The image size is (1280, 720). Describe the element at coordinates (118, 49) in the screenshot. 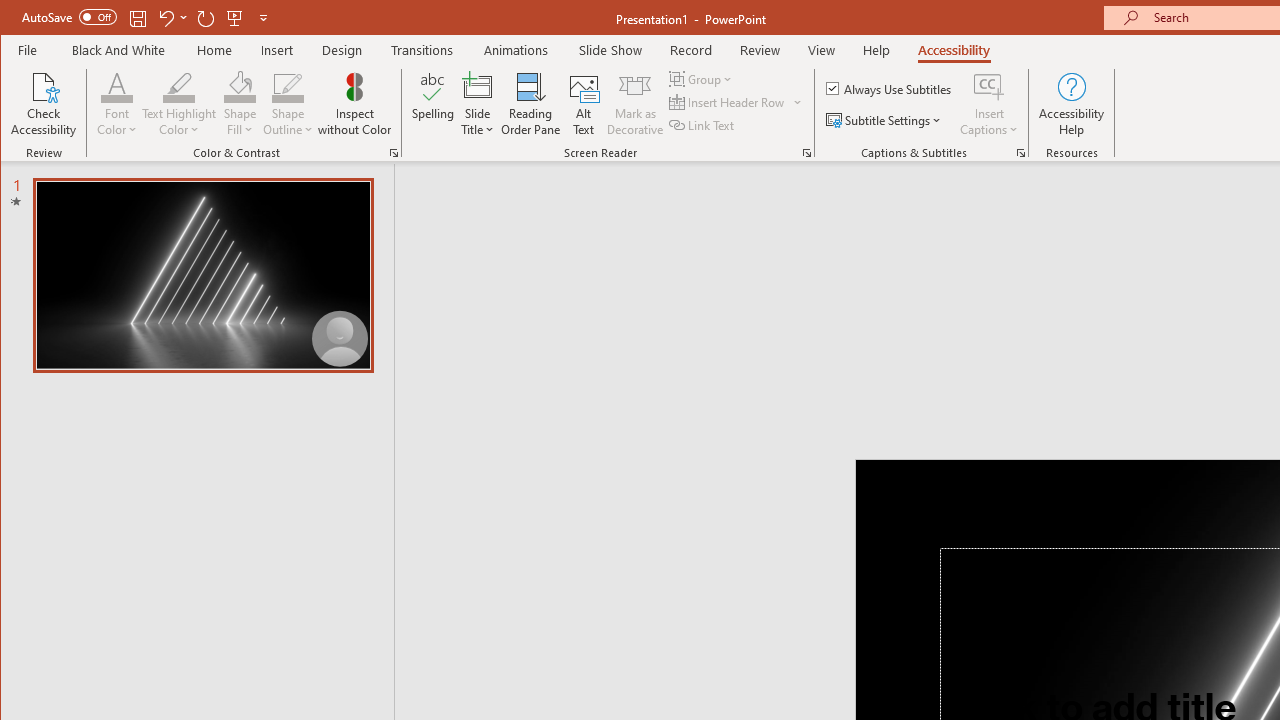

I see `'Black And White'` at that location.